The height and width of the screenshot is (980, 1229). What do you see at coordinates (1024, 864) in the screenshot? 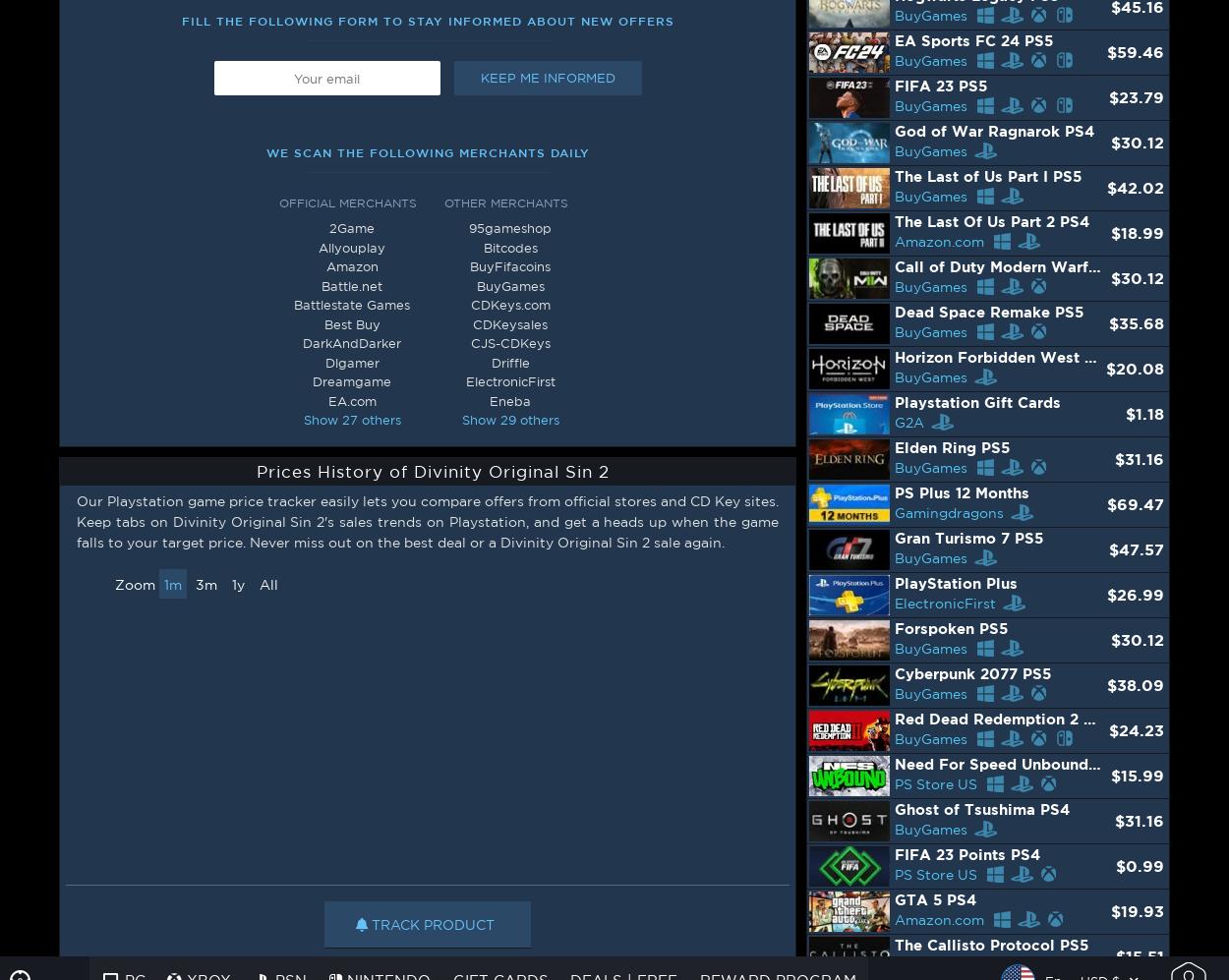
I see `'Subscribe to the CheapDigitalDownload's newsletter ans get the Best Deals, Free Game and Coupons.'` at bounding box center [1024, 864].